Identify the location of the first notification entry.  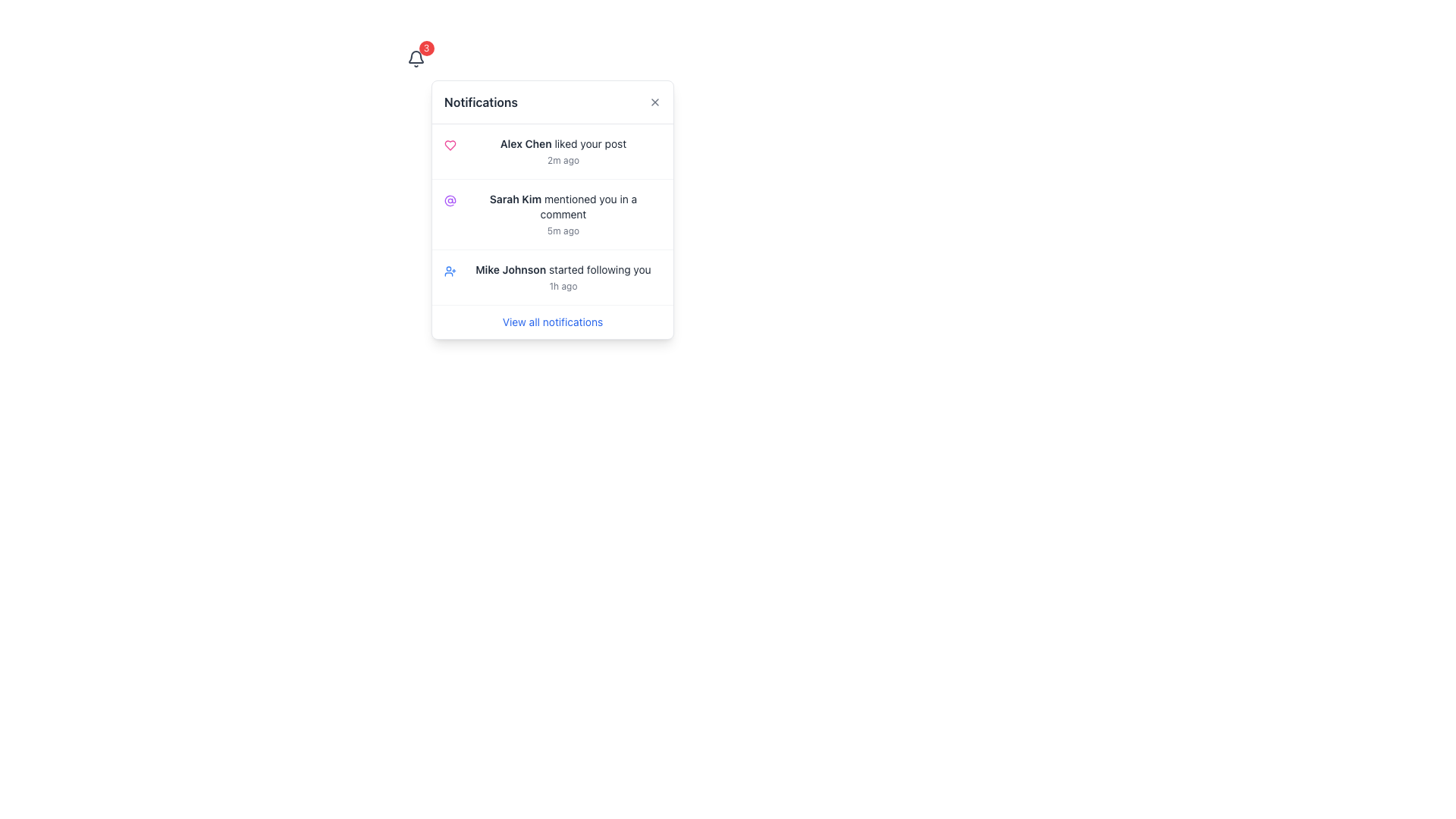
(552, 152).